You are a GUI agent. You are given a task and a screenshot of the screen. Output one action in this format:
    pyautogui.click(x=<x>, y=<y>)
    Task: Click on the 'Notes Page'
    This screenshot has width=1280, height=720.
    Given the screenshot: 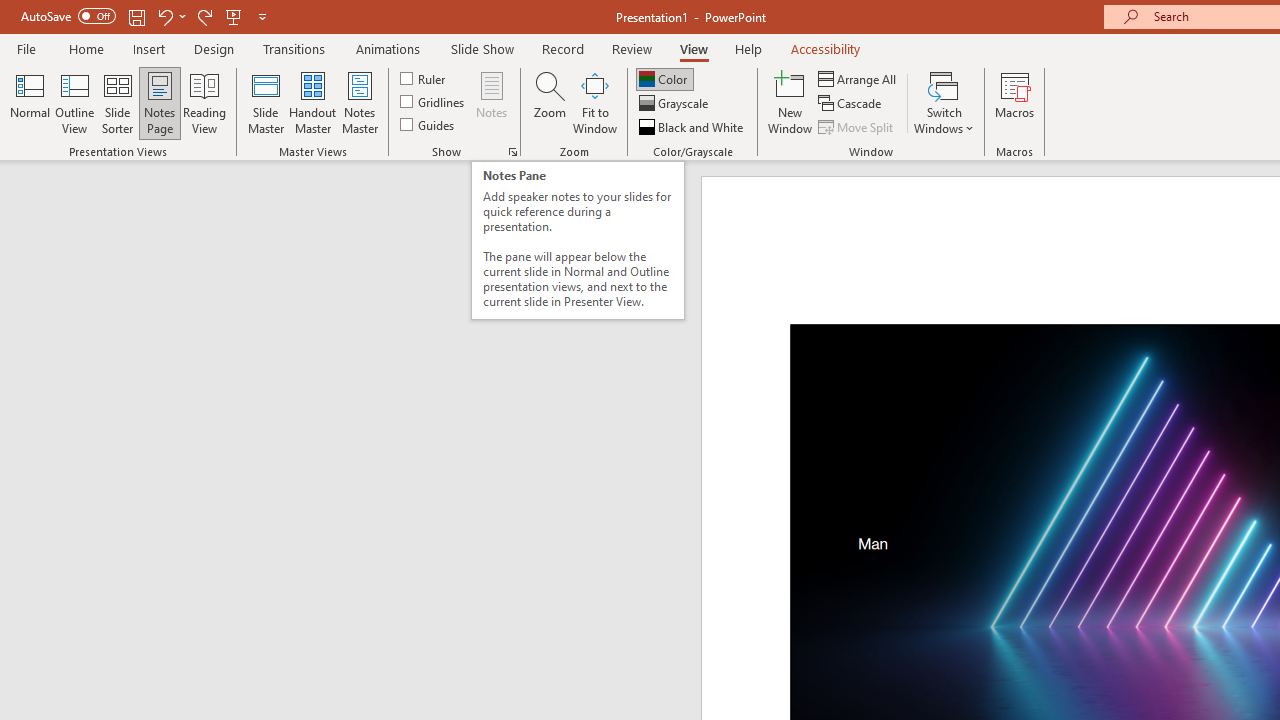 What is the action you would take?
    pyautogui.click(x=160, y=103)
    